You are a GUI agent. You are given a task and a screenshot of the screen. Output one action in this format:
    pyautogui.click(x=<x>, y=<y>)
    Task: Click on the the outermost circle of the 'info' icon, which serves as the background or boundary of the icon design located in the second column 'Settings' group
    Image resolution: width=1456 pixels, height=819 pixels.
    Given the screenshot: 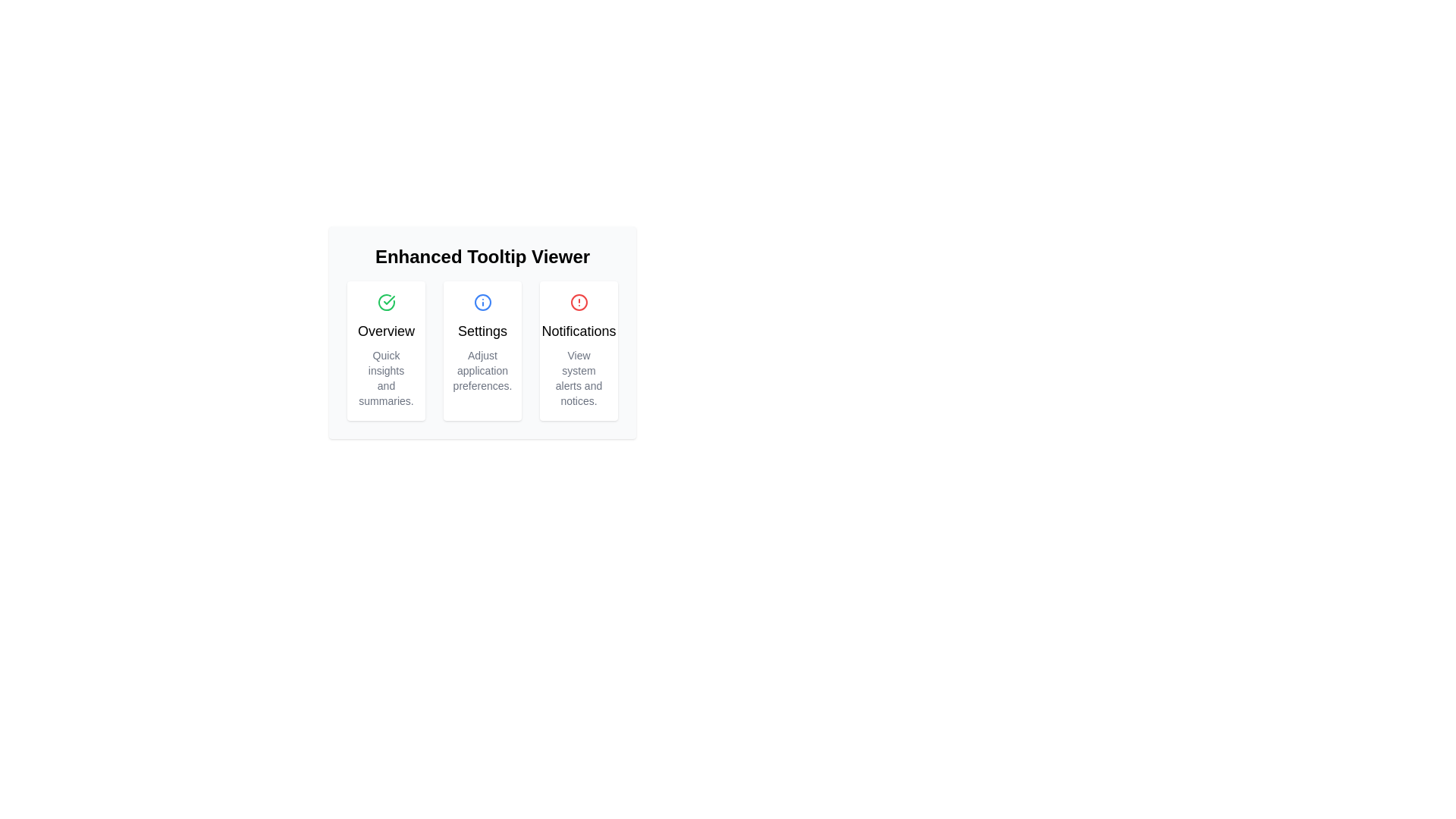 What is the action you would take?
    pyautogui.click(x=482, y=302)
    